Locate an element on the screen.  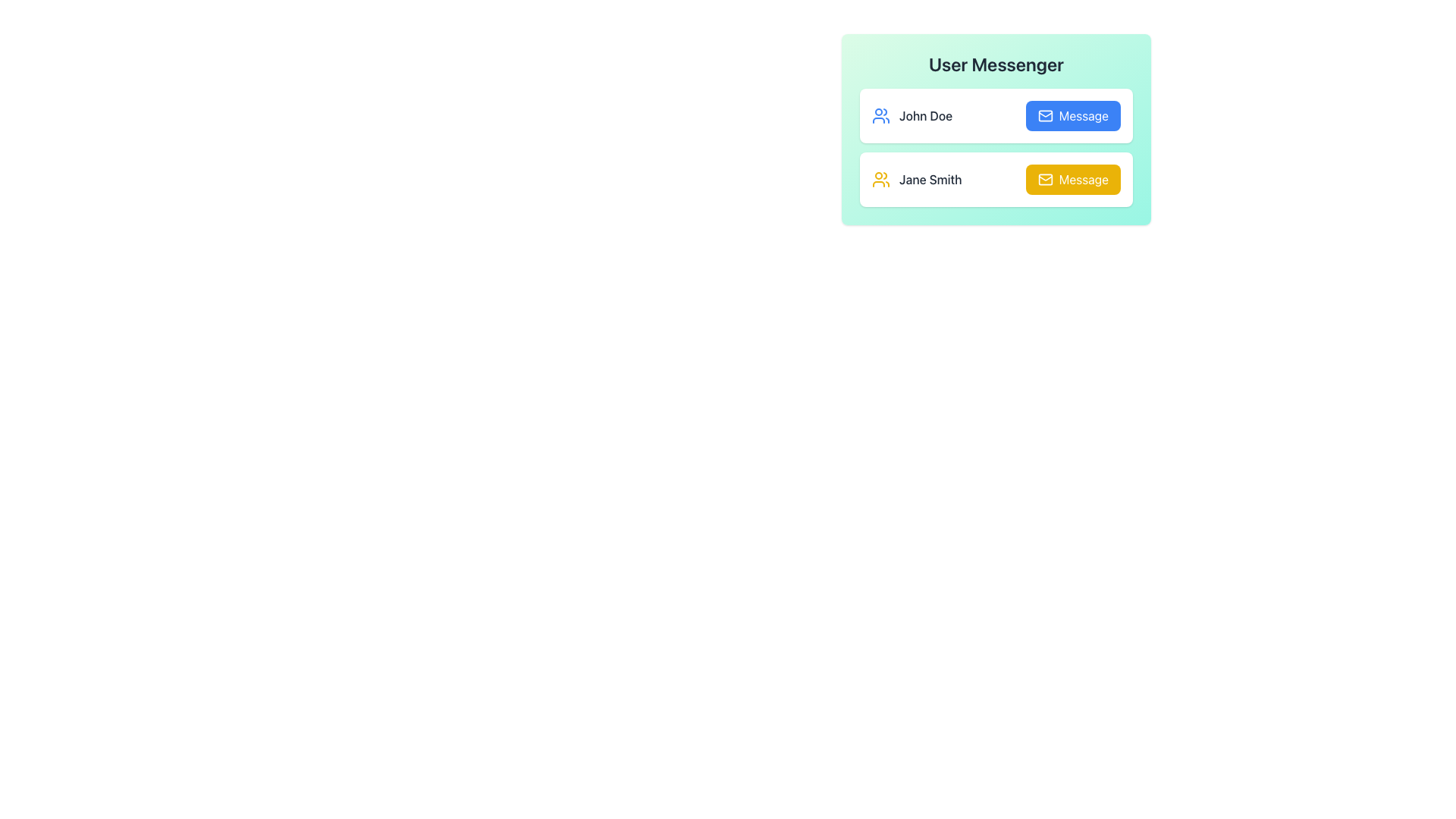
the leftmost icon associated with Jane Smith, which serves as a visual indicator next to her name is located at coordinates (880, 178).